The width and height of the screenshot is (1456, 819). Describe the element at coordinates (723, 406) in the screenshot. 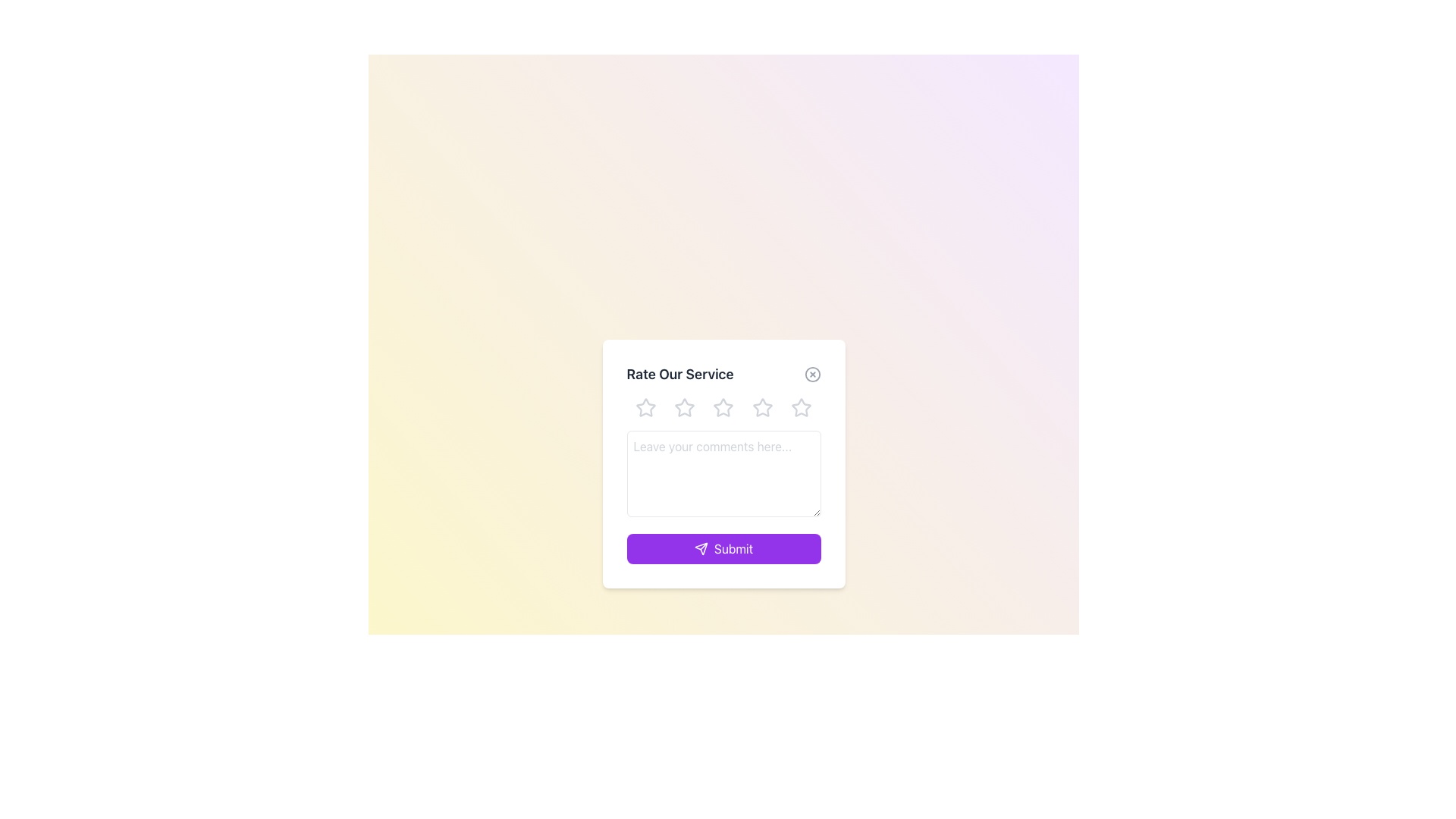

I see `the third star icon in a horizontal row of five identical stars, which is styled in light gray color, to trigger hover effects` at that location.